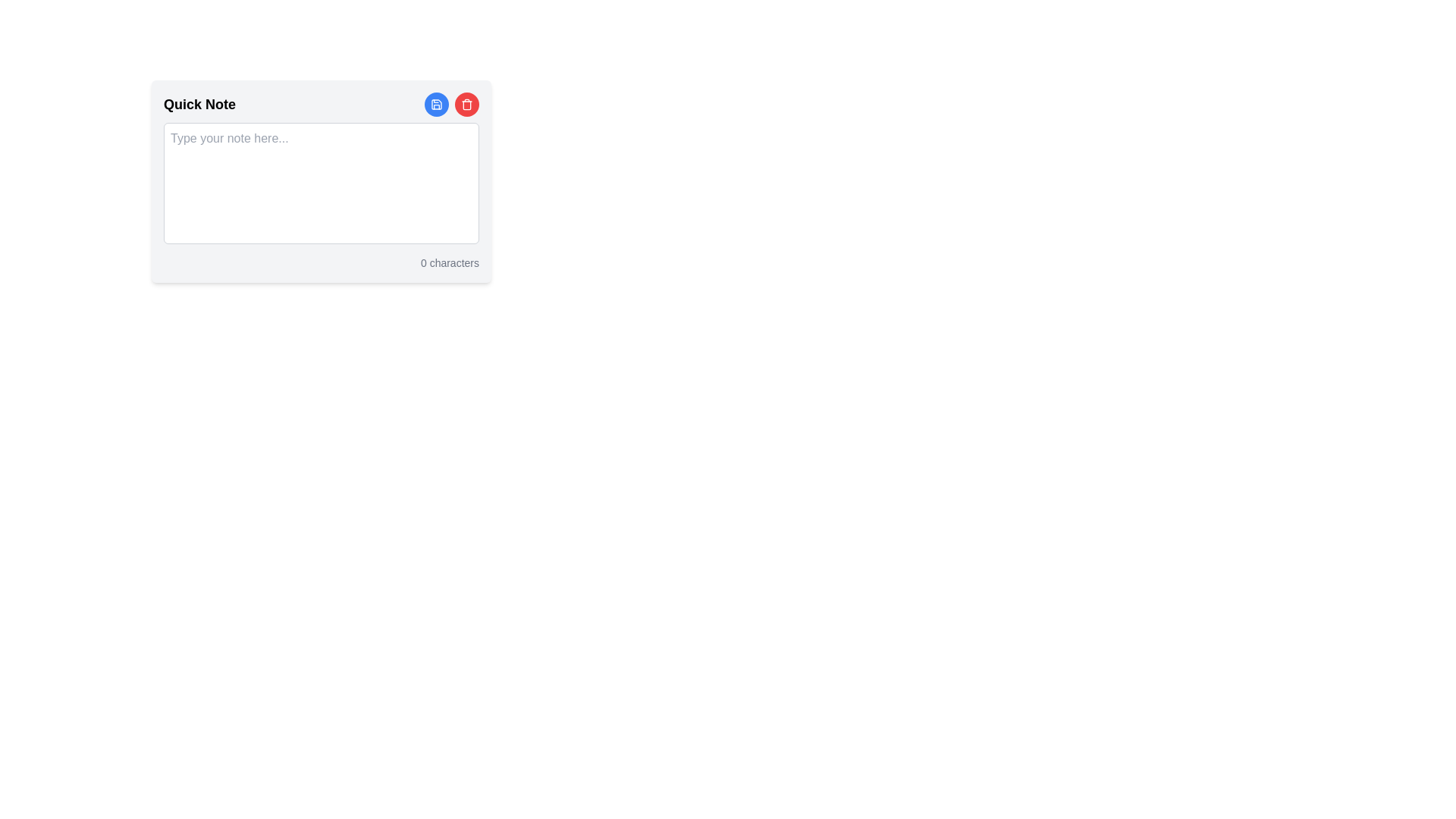 This screenshot has width=1456, height=819. Describe the element at coordinates (320, 180) in the screenshot. I see `the text within the rectangular text input area that has a light gray background and is located below the title 'Quick Note'` at that location.